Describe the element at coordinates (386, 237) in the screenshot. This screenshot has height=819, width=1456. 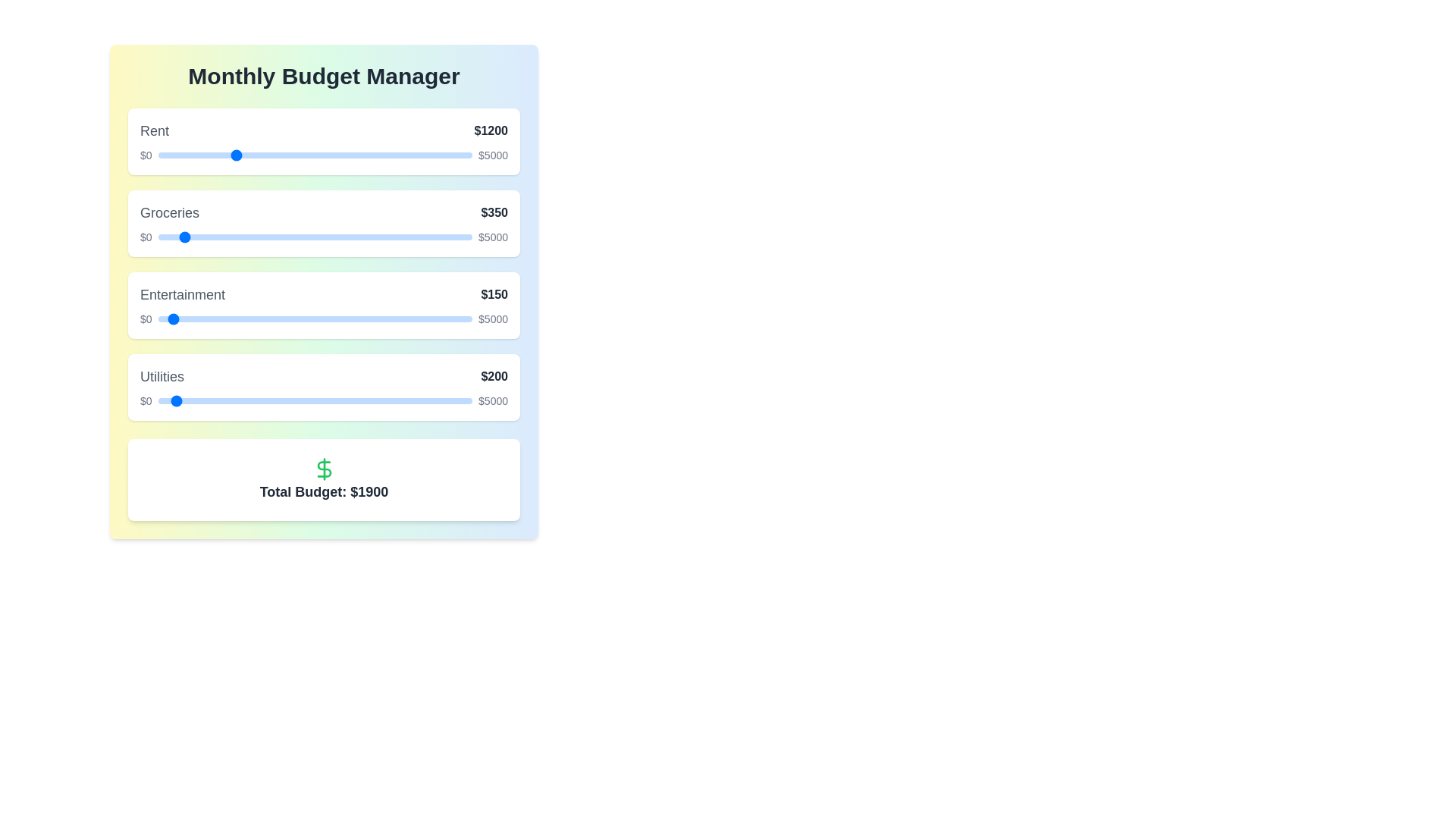
I see `groceries budget` at that location.